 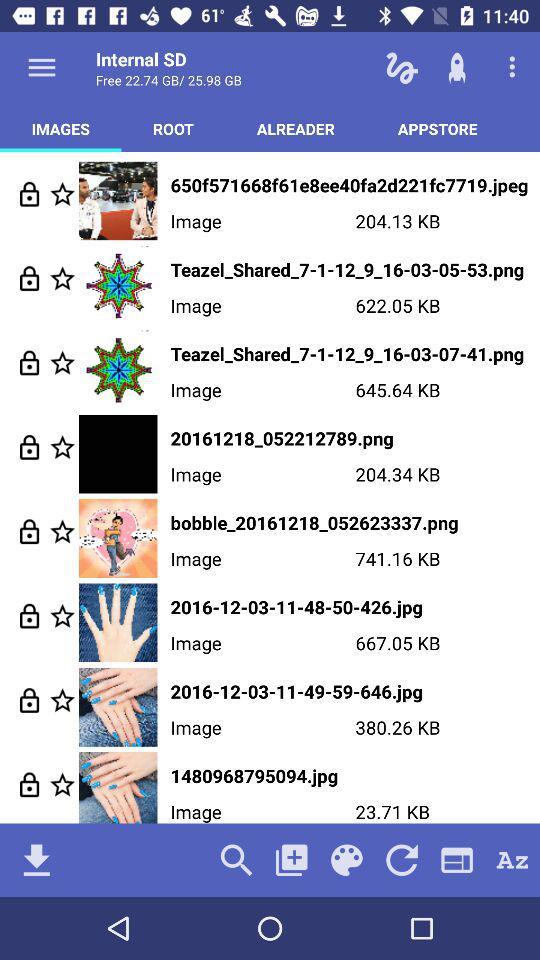 I want to click on puts as favorites, so click(x=62, y=784).